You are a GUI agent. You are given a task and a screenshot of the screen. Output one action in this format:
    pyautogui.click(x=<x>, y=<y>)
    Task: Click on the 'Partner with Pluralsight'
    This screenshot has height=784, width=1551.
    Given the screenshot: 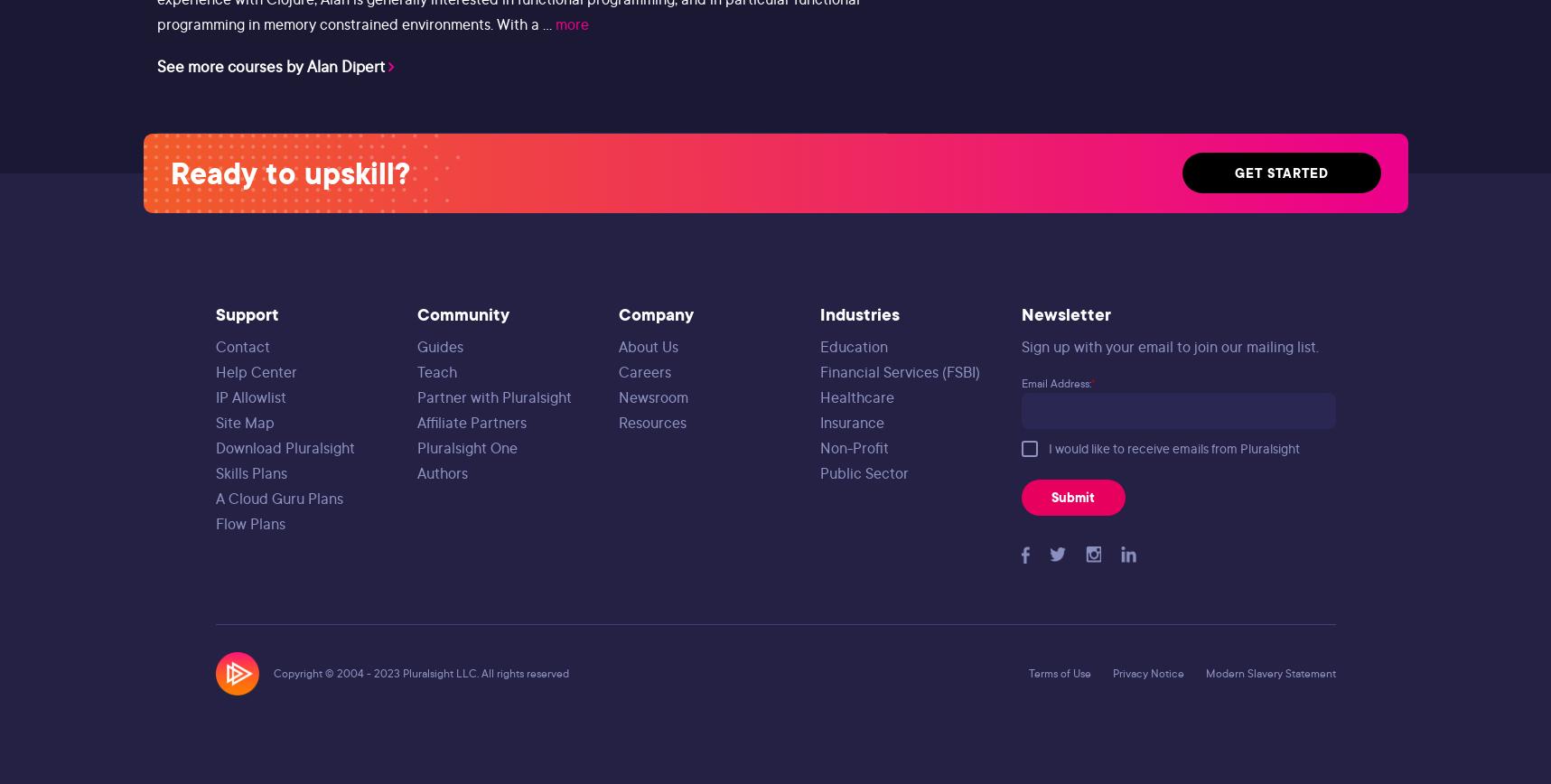 What is the action you would take?
    pyautogui.click(x=416, y=396)
    